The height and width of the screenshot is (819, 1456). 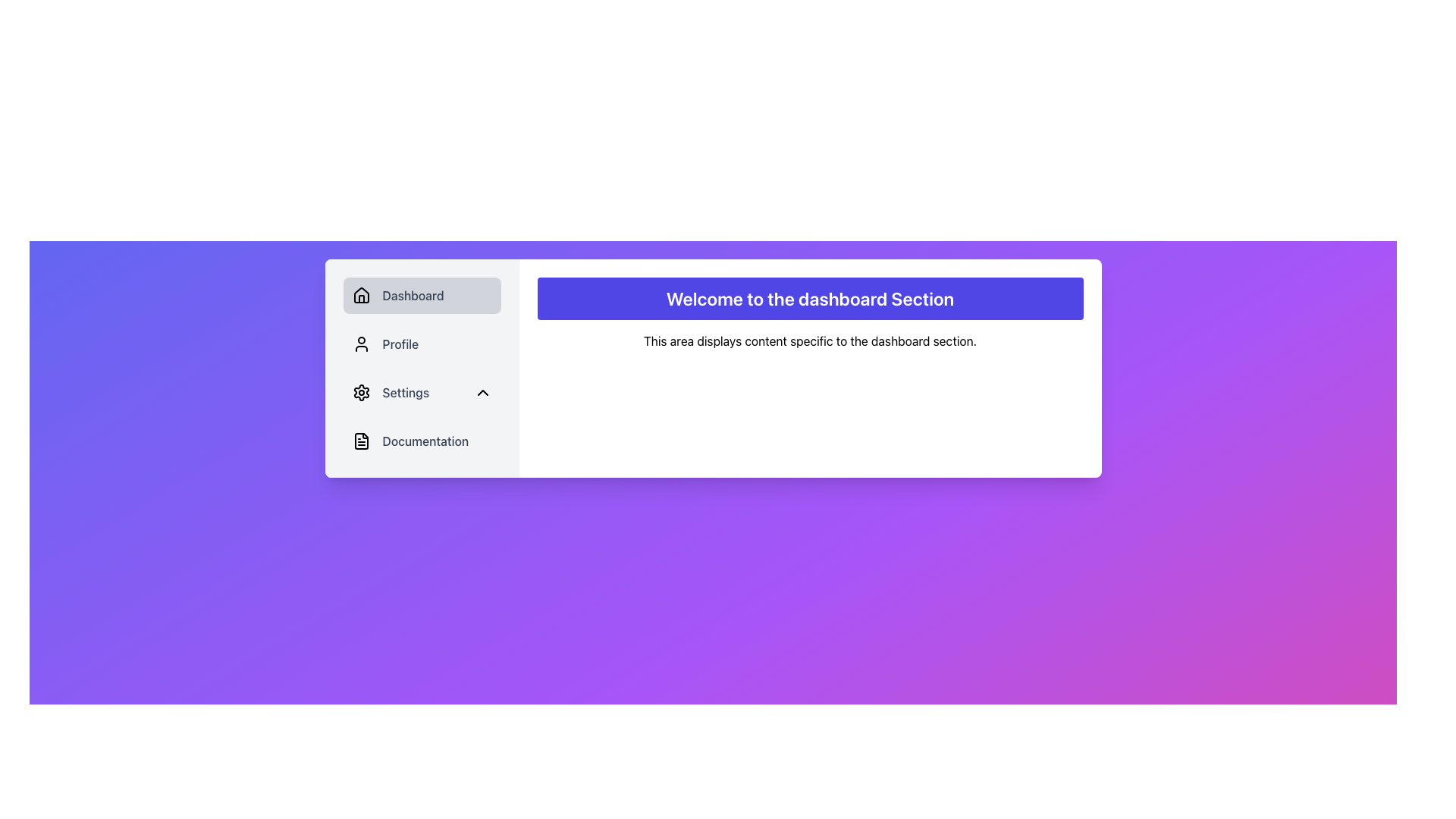 What do you see at coordinates (425, 441) in the screenshot?
I see `the 'Documentation' static text located at the last position in the vertical navigation list on the left sidebar, directly below the 'Settings' item` at bounding box center [425, 441].